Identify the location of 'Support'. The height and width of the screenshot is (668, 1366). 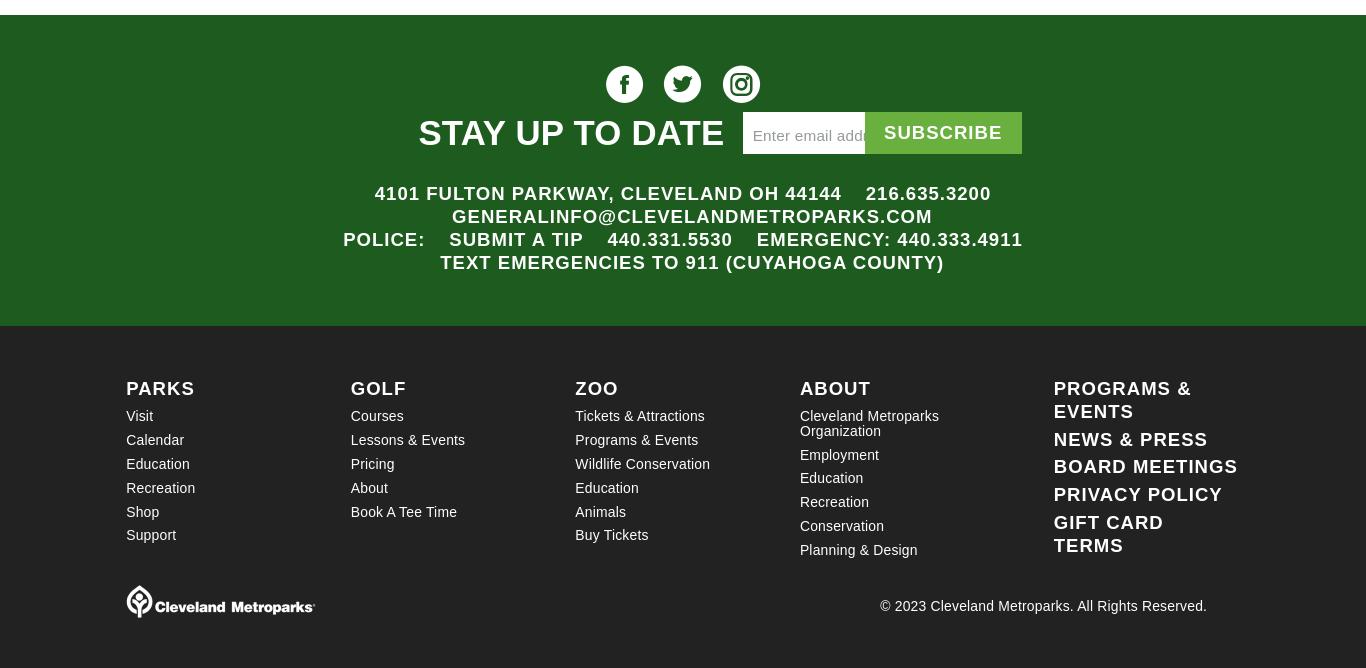
(149, 535).